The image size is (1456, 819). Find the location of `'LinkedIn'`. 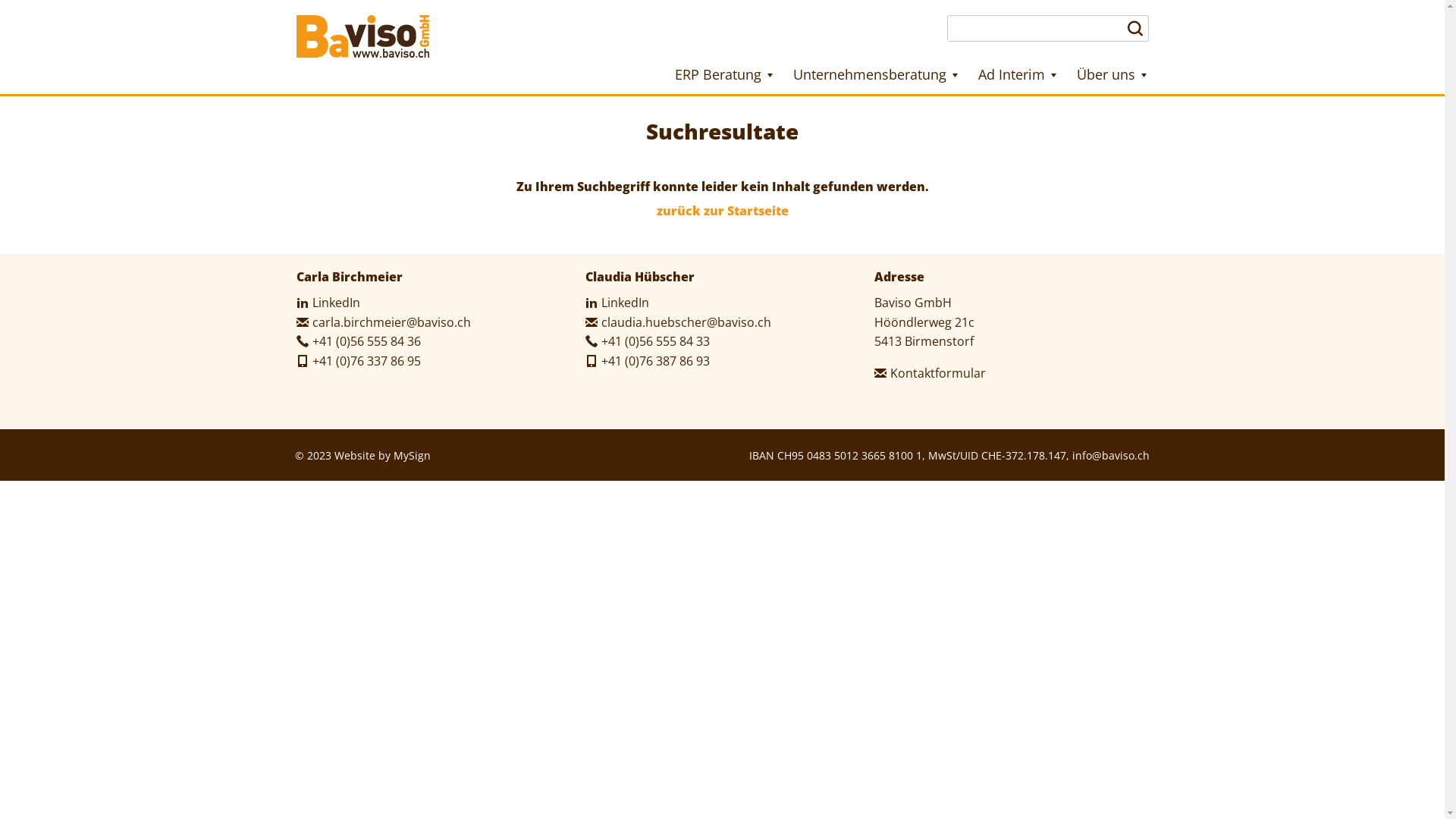

'LinkedIn' is located at coordinates (585, 302).